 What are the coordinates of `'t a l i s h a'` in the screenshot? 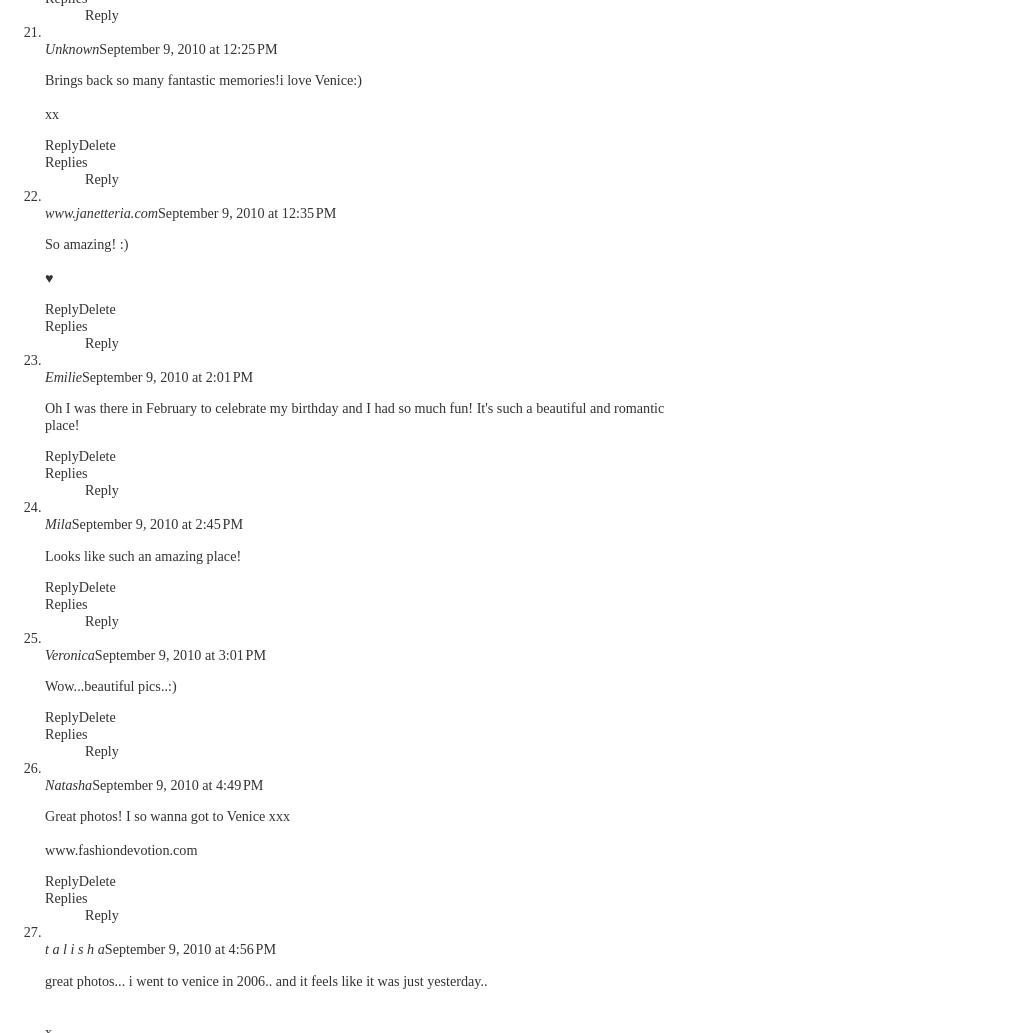 It's located at (73, 948).